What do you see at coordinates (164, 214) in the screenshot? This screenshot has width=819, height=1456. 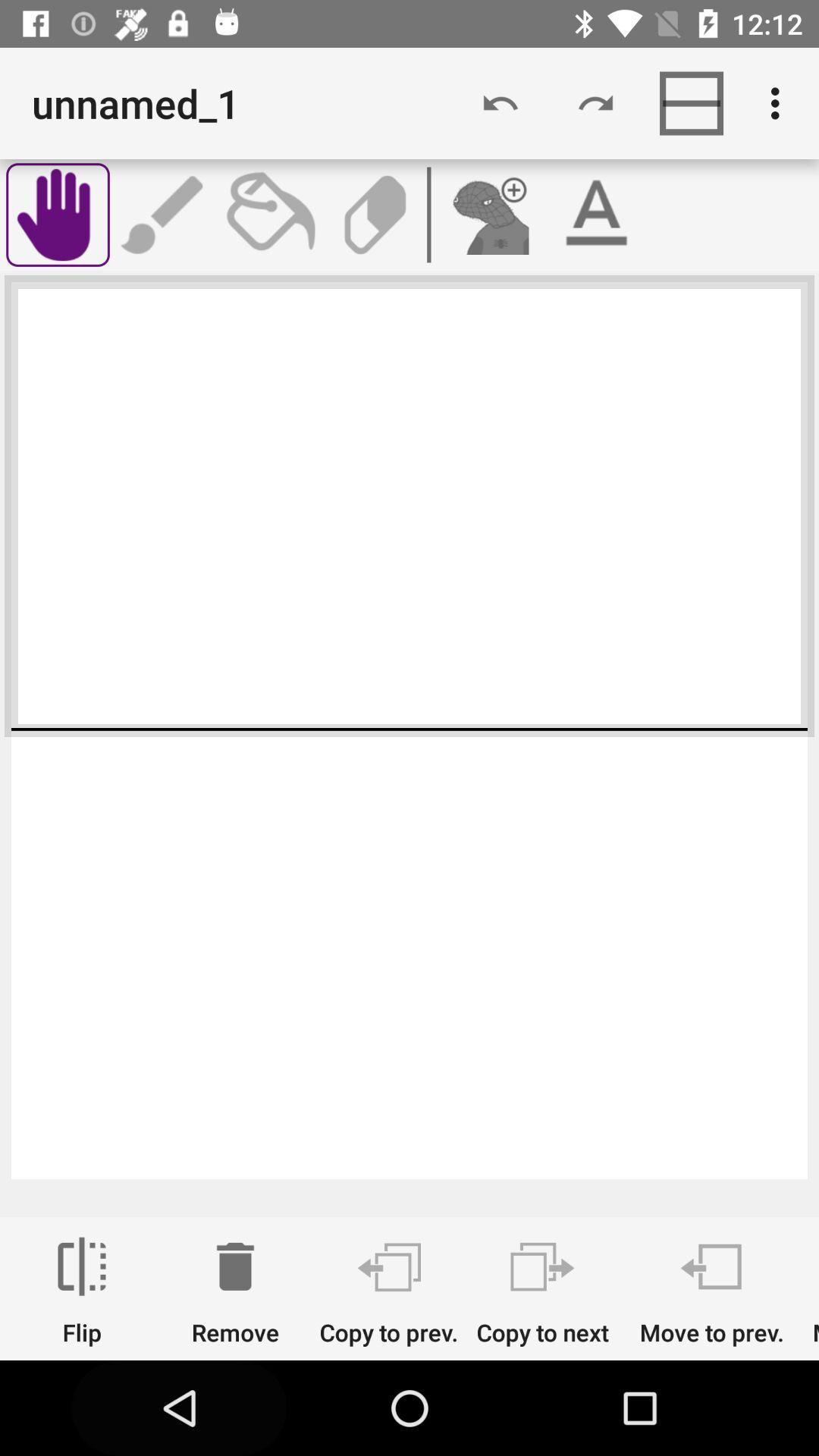 I see `paintbrush` at bounding box center [164, 214].